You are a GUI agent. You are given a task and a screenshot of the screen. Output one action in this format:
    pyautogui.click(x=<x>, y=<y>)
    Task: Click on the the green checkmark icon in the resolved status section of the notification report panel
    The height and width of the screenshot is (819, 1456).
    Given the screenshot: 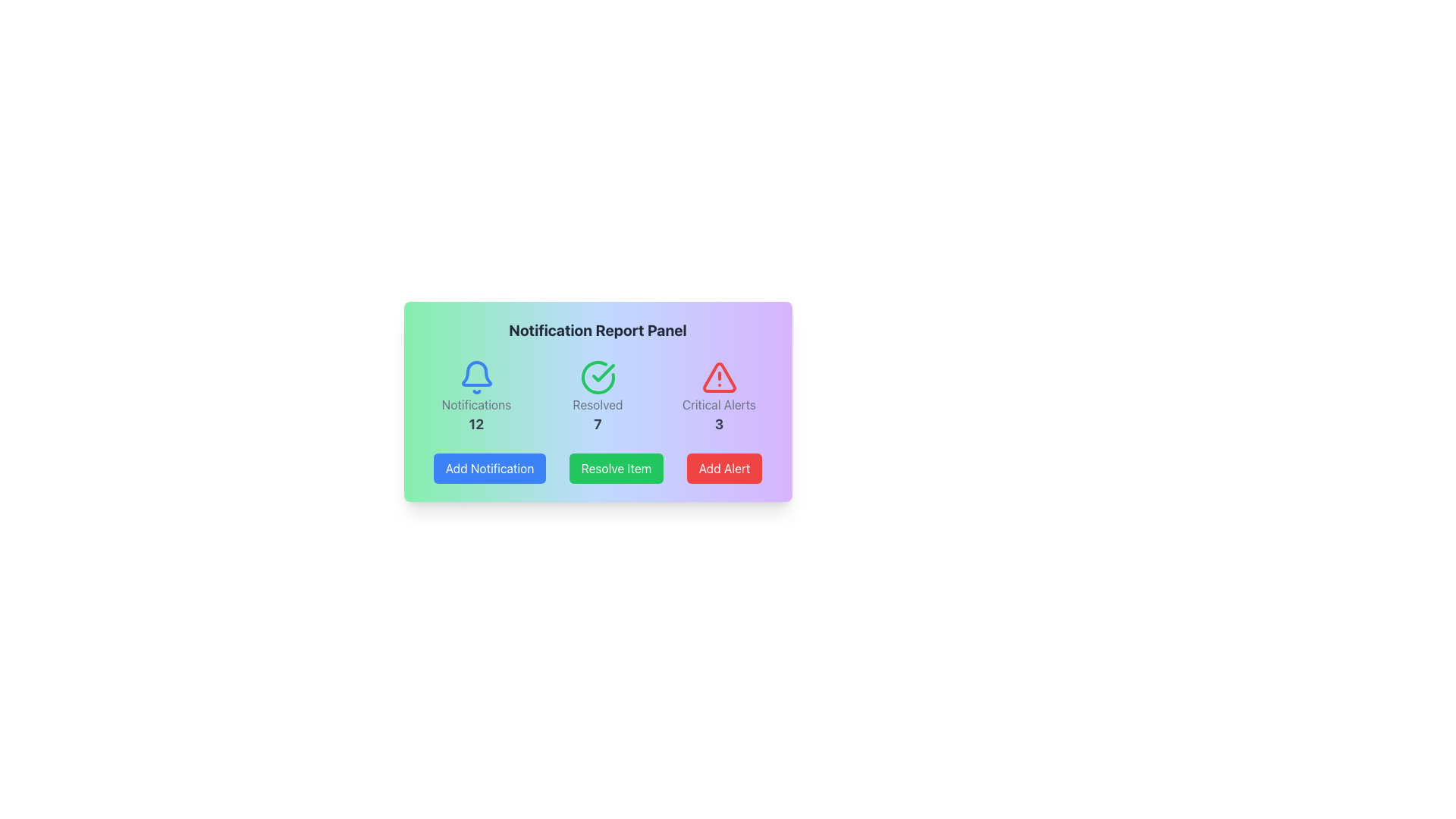 What is the action you would take?
    pyautogui.click(x=602, y=373)
    